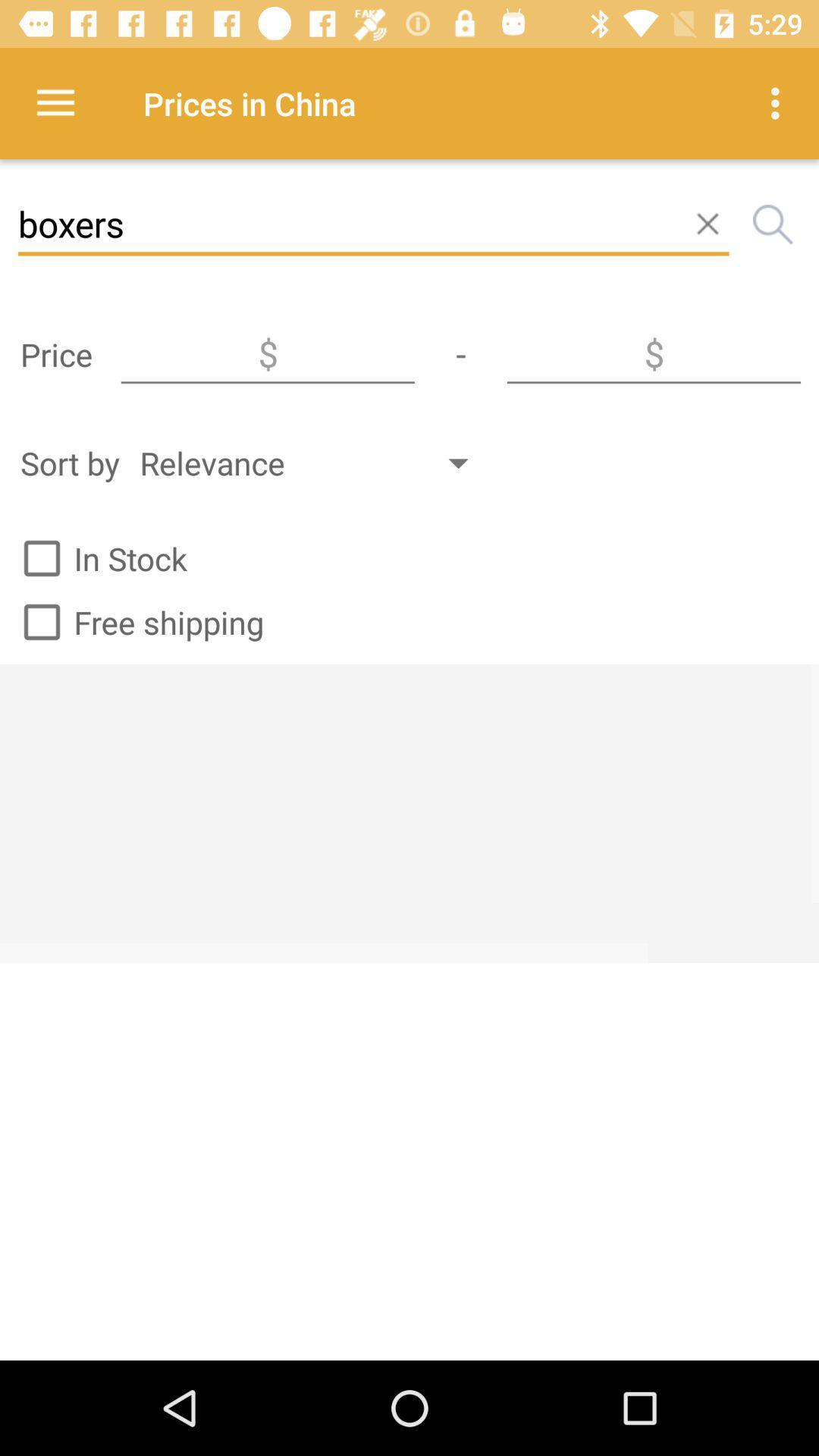 This screenshot has height=1456, width=819. I want to click on the item below free shipping item, so click(409, 812).